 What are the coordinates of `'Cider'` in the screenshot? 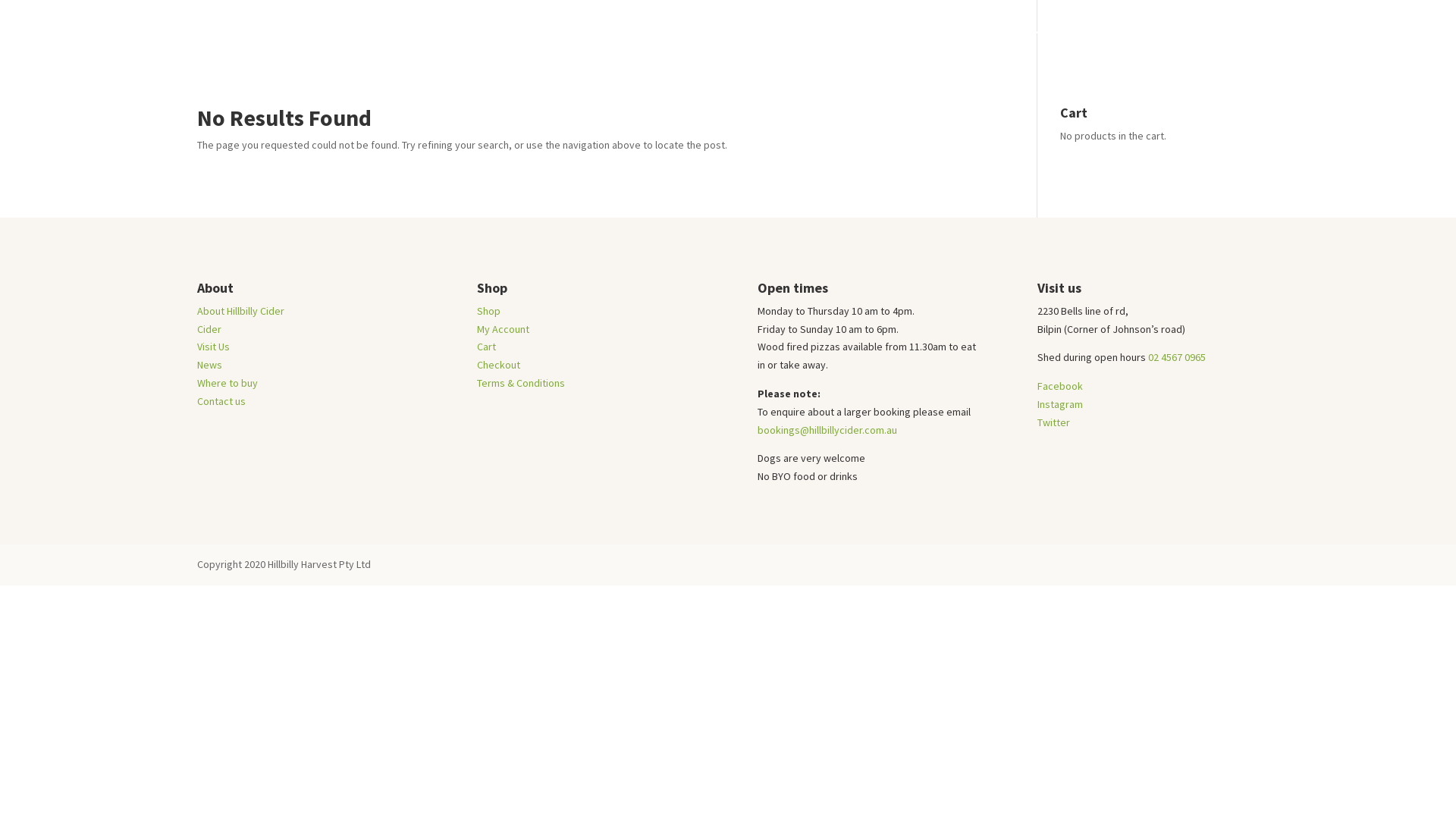 It's located at (208, 328).